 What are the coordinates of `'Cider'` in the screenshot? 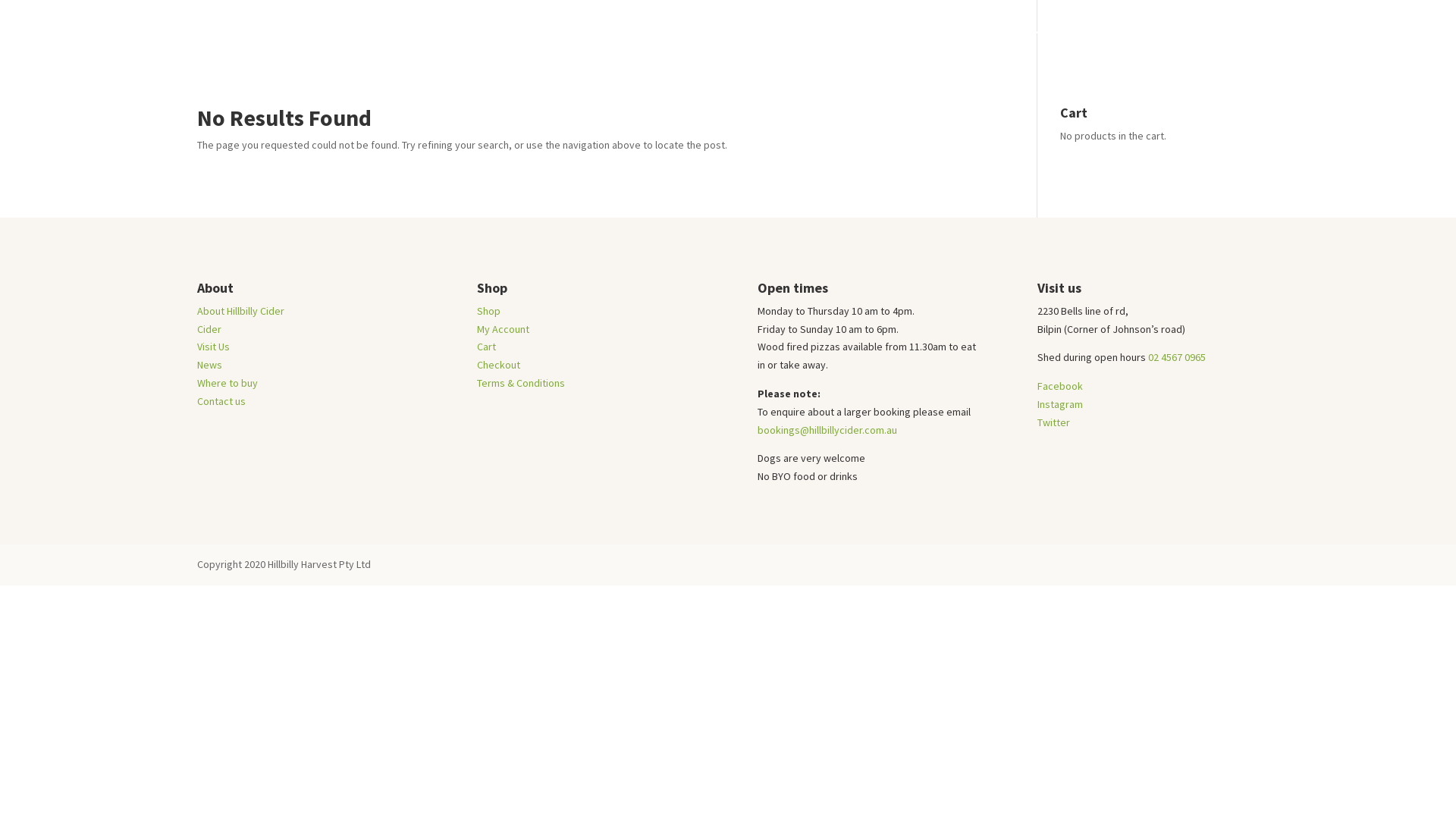 It's located at (208, 328).